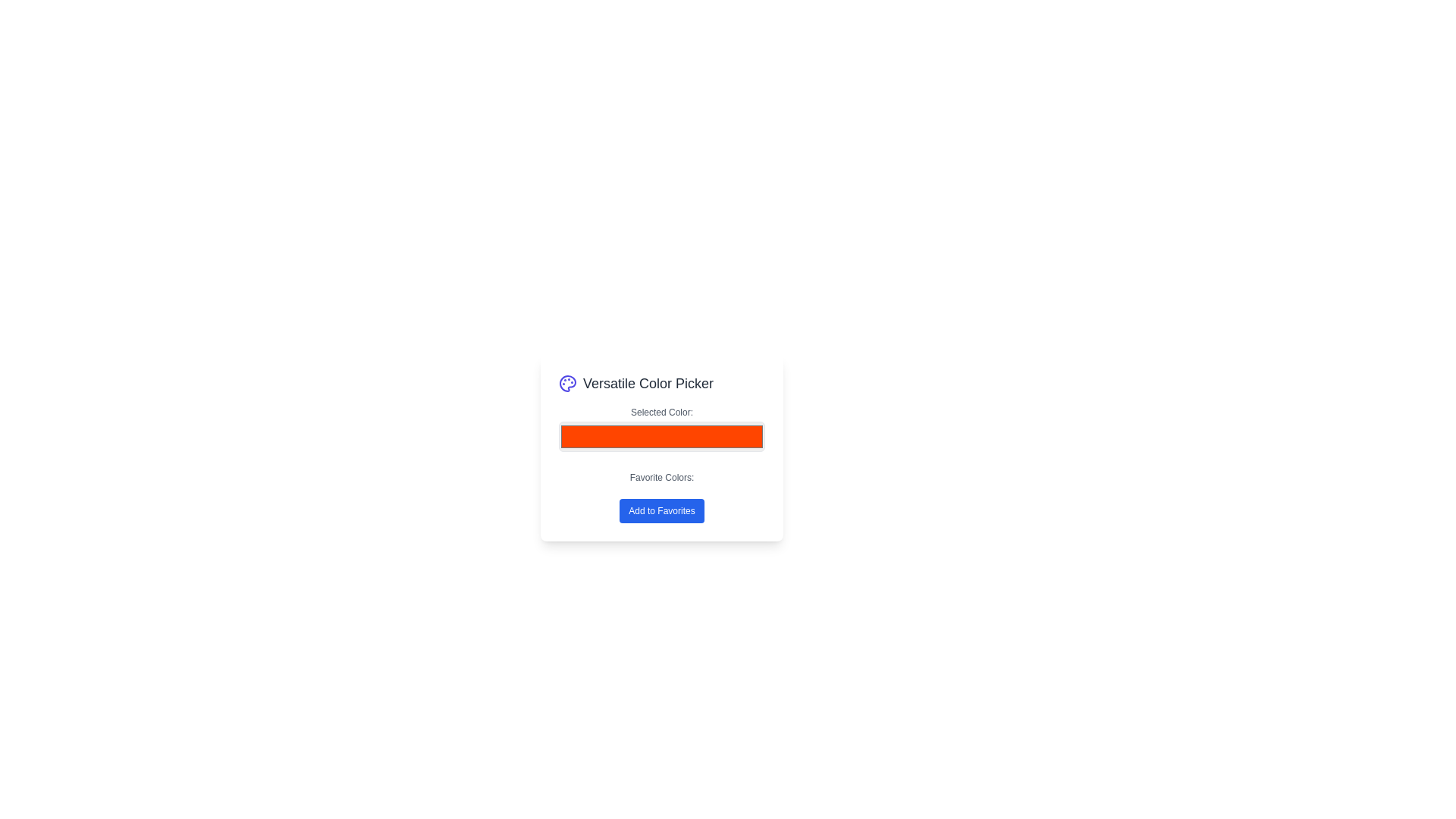 This screenshot has height=819, width=1456. I want to click on the static text label that serves as a section label for managing favorite colors, located in the middle-lower section of the card interface, so click(662, 476).